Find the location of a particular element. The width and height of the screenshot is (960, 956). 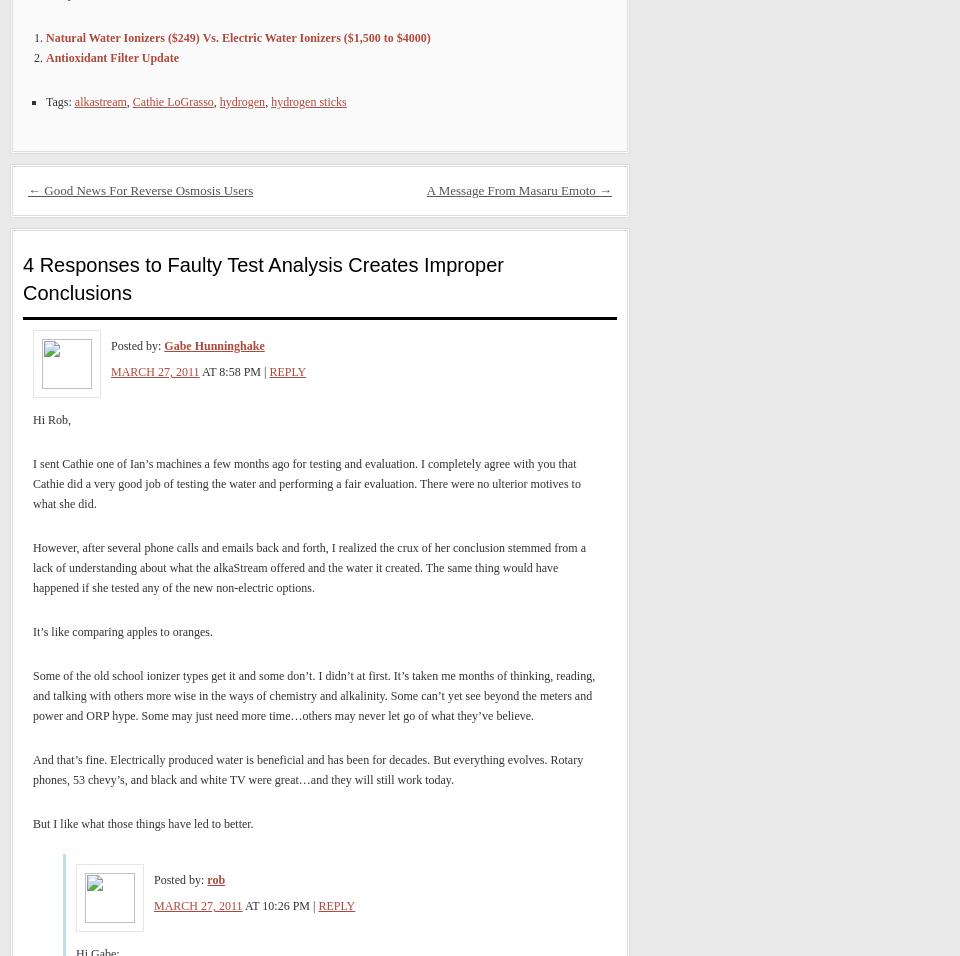

'And that’s fine.  Electrically produced water is beneficial and has been for decades.  But everything evolves.  Rotary phones, 53 chevy’s, and black and white TV were great…and they will still work today.' is located at coordinates (307, 768).